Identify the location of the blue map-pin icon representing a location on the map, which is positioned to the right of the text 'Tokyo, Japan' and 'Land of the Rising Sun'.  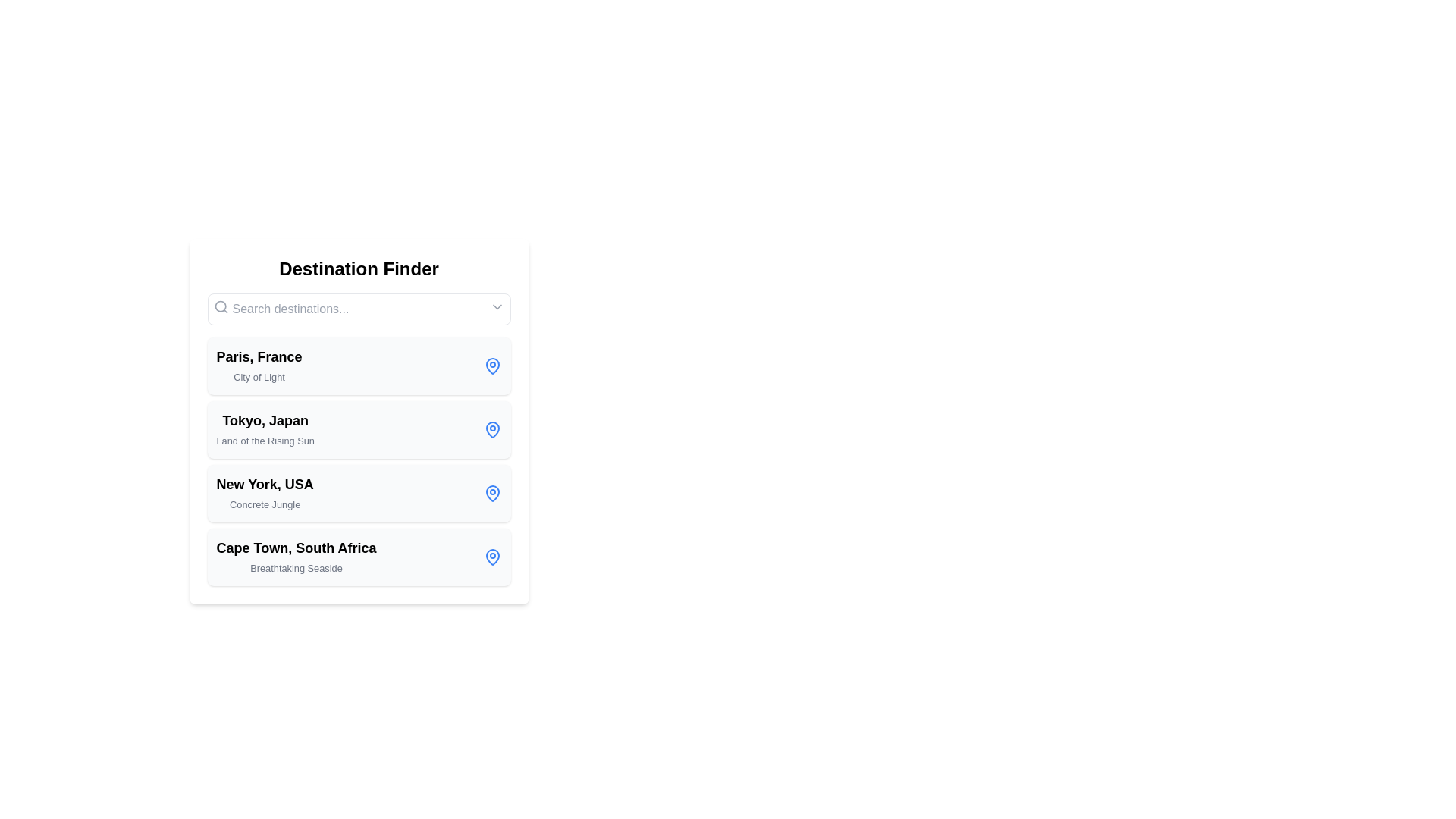
(492, 430).